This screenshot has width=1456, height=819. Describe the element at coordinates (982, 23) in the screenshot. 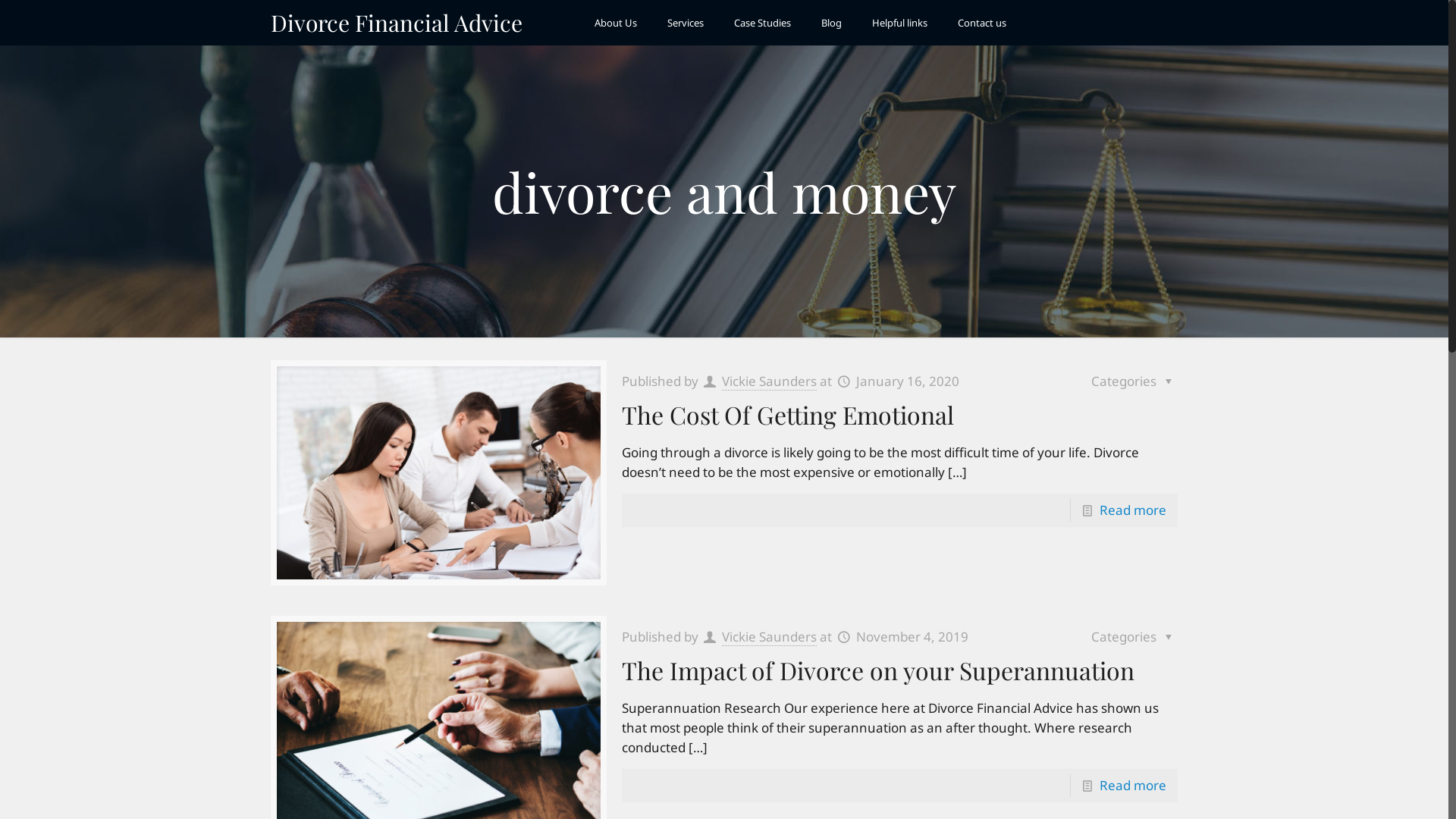

I see `'Contact us'` at that location.